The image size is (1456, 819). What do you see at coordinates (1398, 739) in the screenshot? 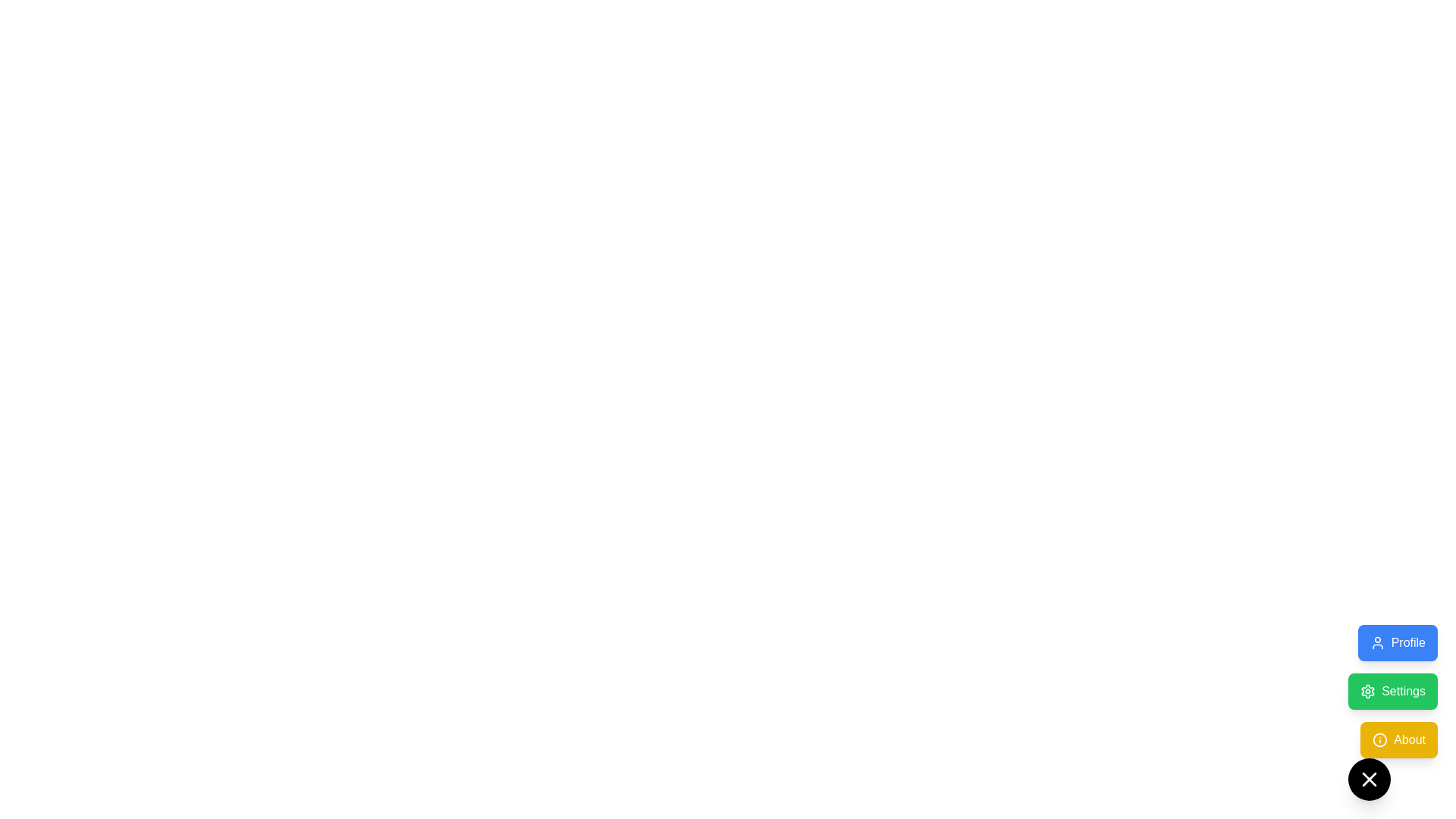
I see `the yellow 'About' button with an information icon` at bounding box center [1398, 739].